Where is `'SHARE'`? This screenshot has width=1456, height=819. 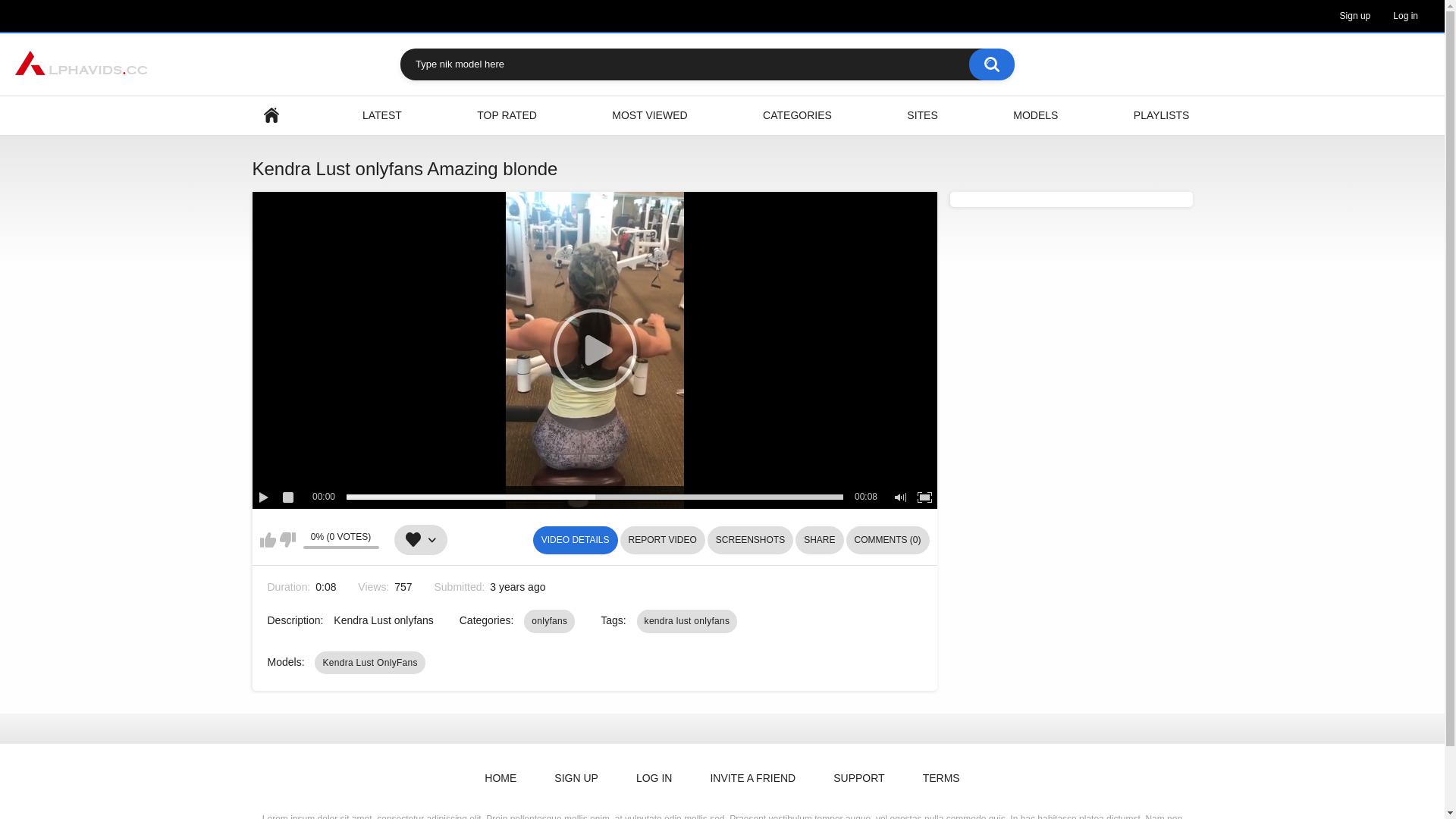
'SHARE' is located at coordinates (818, 539).